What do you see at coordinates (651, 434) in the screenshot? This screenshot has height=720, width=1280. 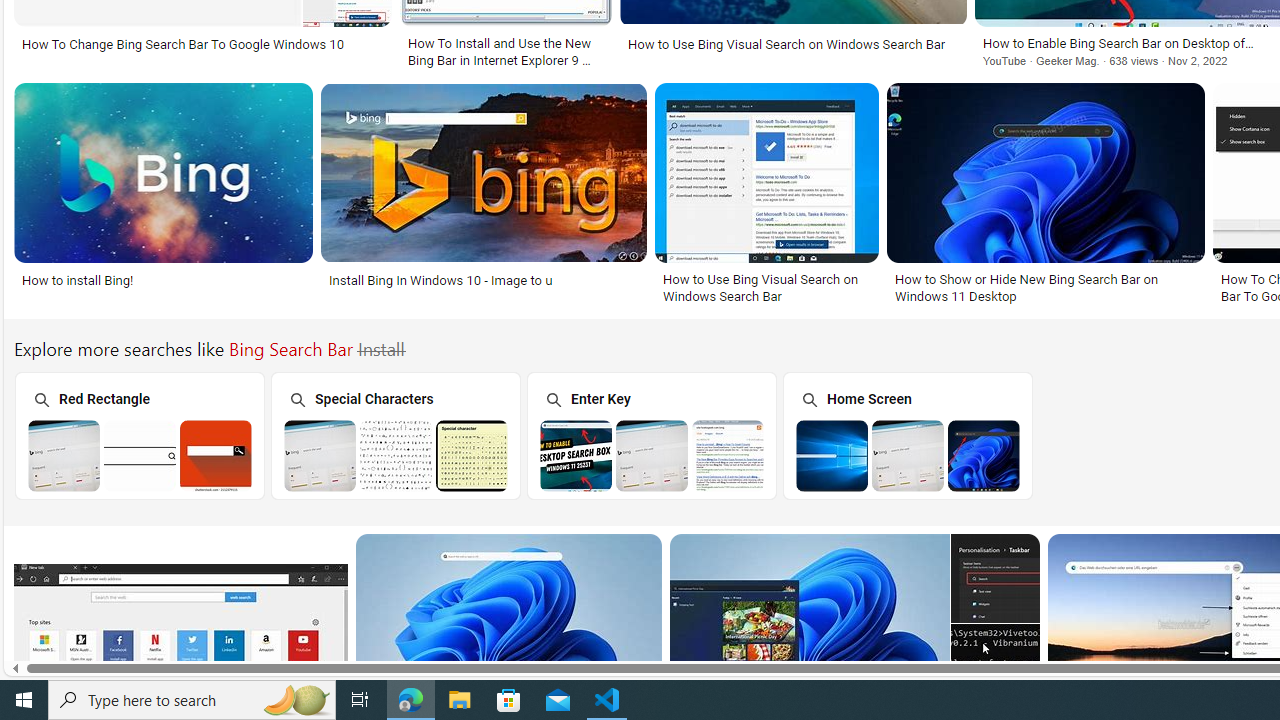 I see `'Bing Search Bar Enter Key Enter Key'` at bounding box center [651, 434].